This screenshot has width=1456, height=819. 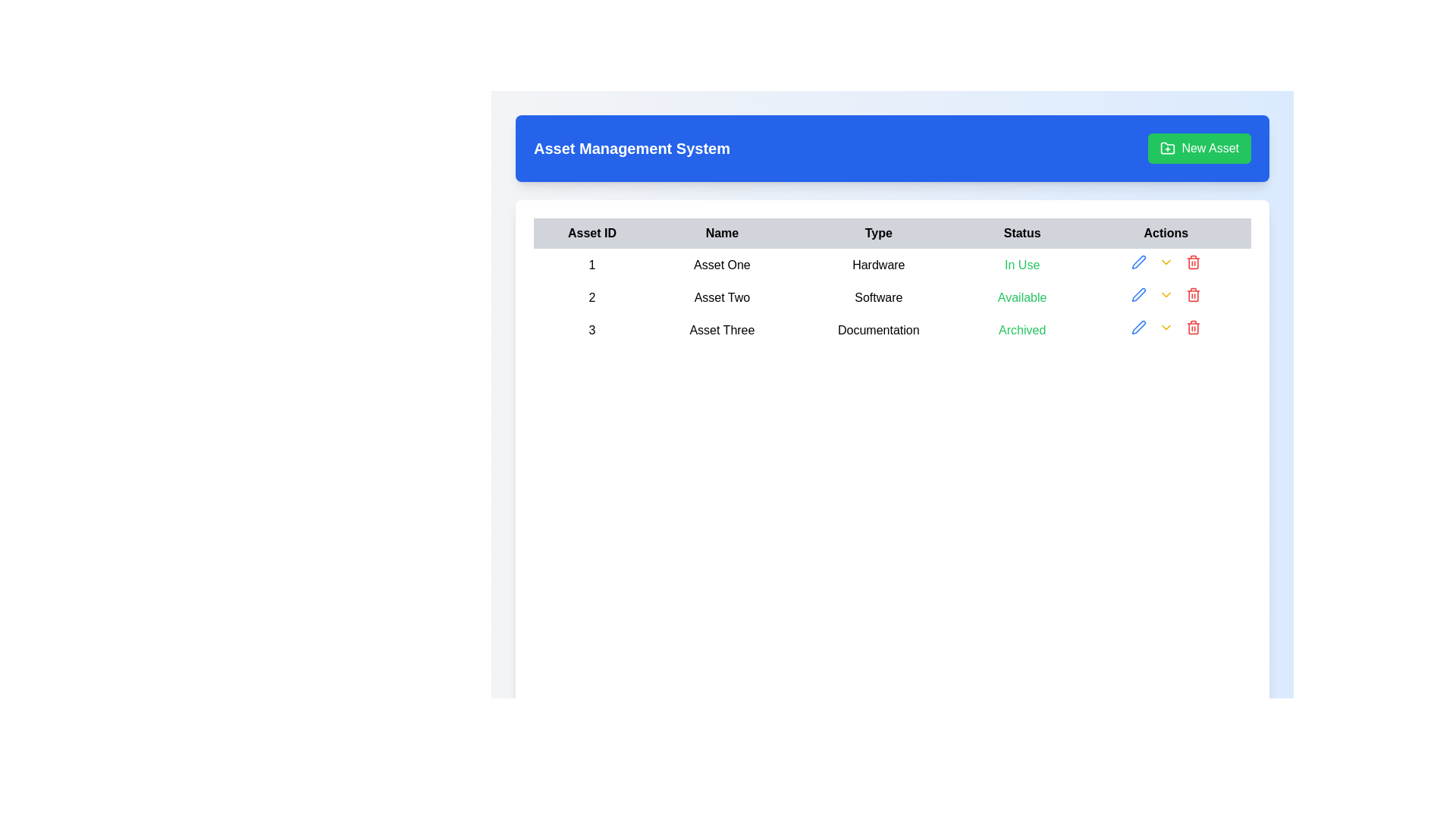 What do you see at coordinates (721, 234) in the screenshot?
I see `the 'Name' column label in the table header, which is positioned in the second column, between 'Asset ID' and 'Type'` at bounding box center [721, 234].